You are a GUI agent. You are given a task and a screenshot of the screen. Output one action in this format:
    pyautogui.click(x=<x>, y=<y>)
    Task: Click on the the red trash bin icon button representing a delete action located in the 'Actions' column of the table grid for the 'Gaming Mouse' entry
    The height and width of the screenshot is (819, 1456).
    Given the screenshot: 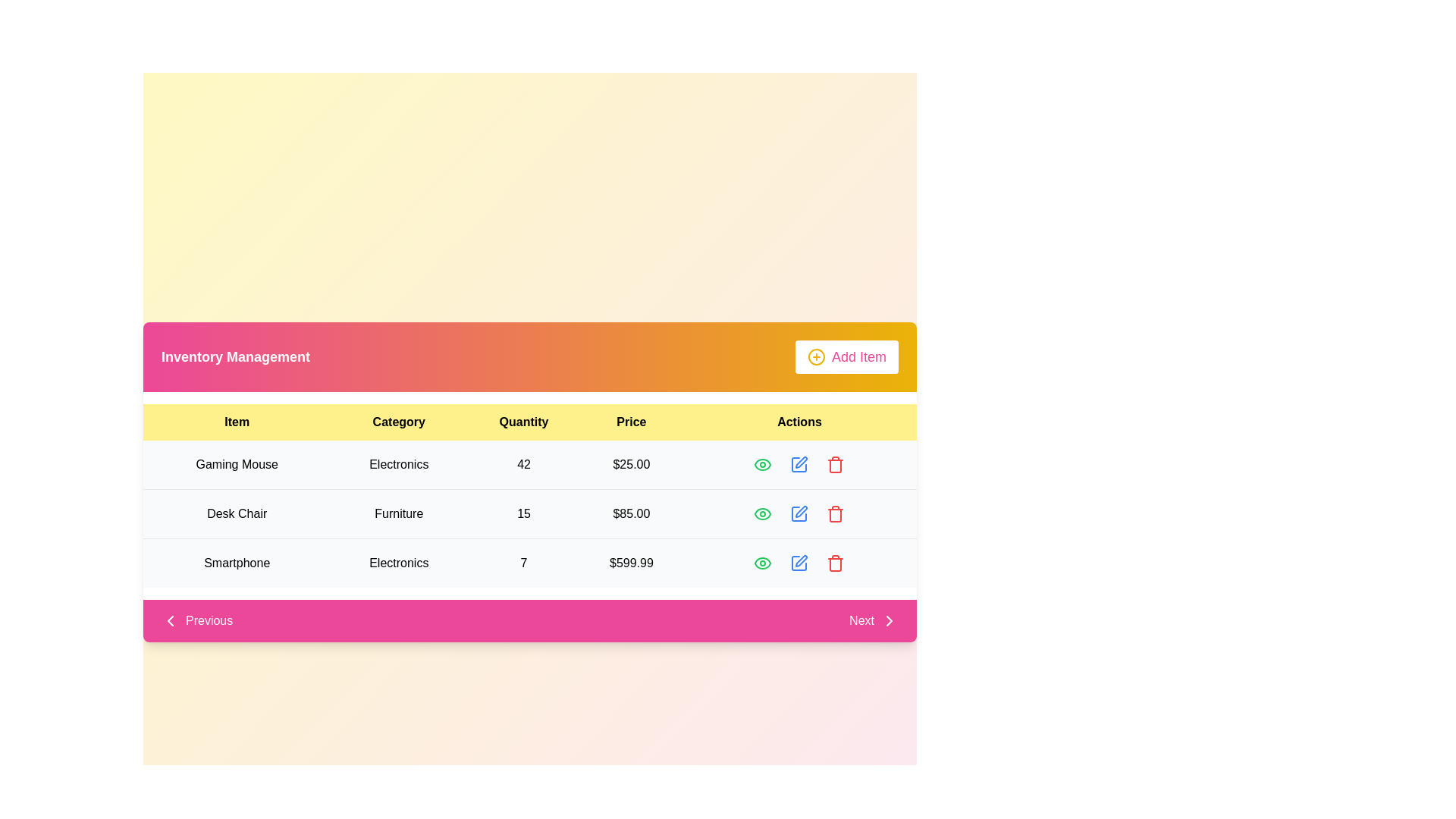 What is the action you would take?
    pyautogui.click(x=835, y=464)
    